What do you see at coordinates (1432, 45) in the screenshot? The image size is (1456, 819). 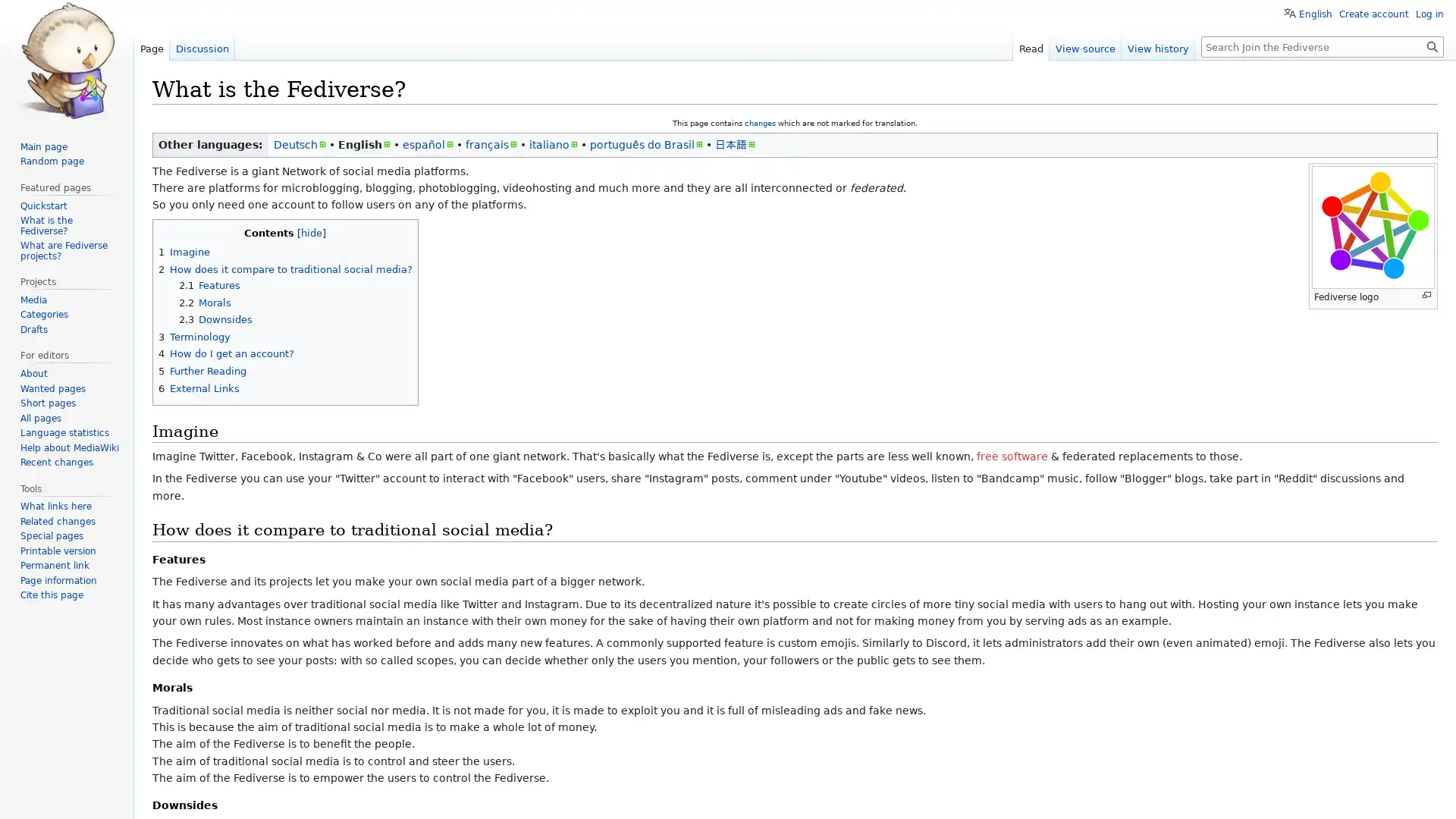 I see `Search` at bounding box center [1432, 45].